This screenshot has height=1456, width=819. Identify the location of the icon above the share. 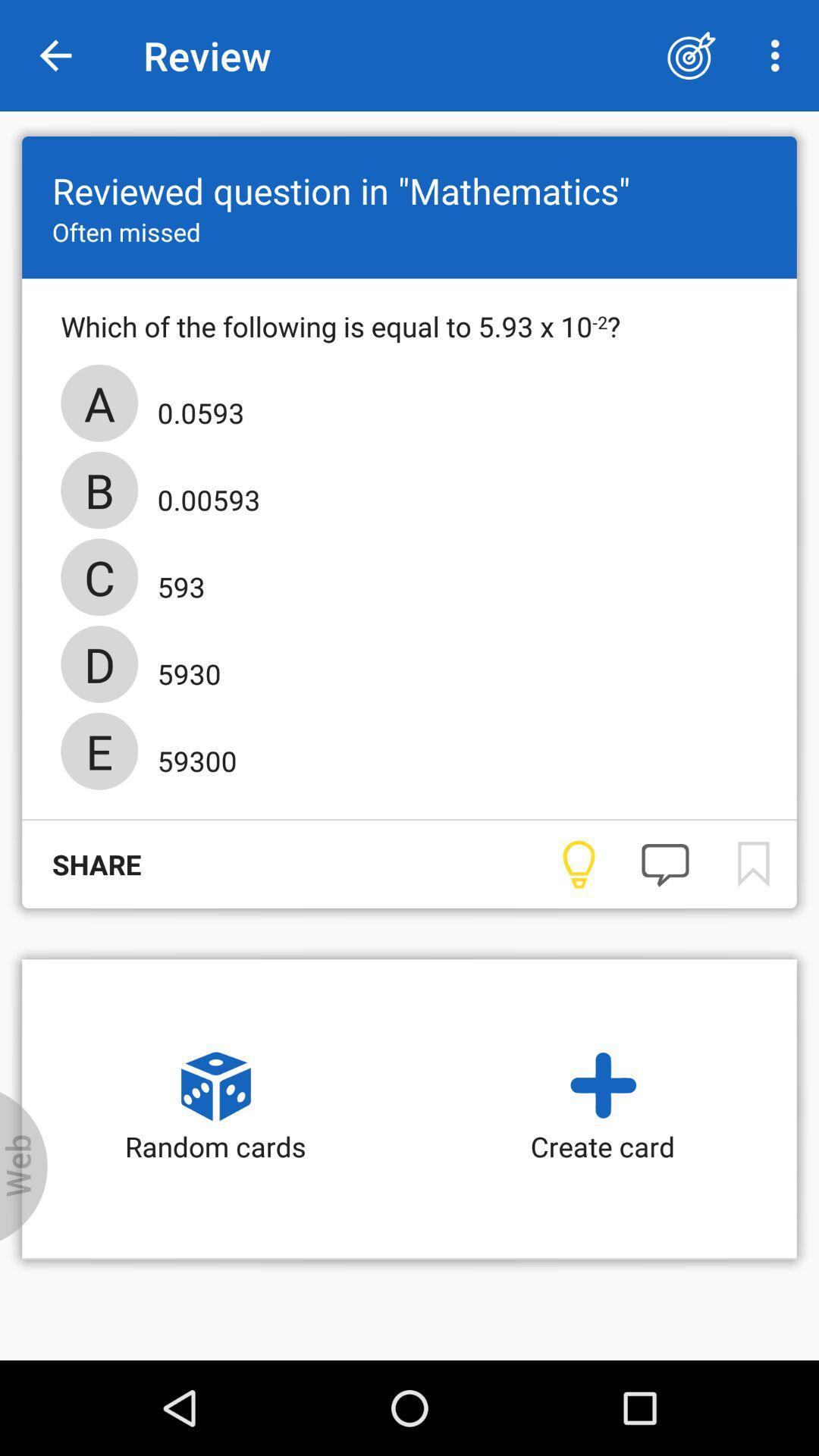
(191, 756).